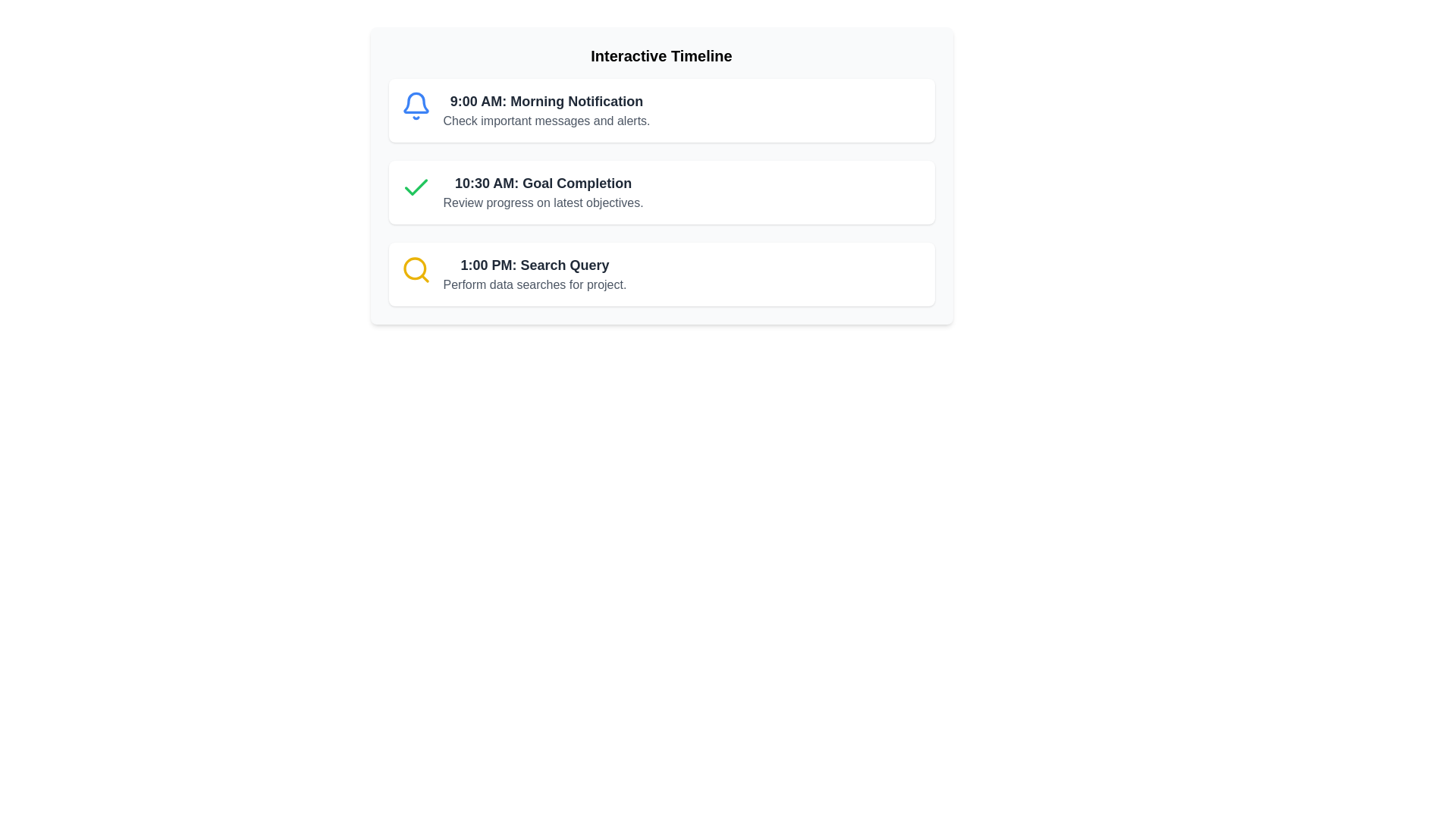  I want to click on the timeline entry label located in the '1:00 PM' section, which provides a timestamp and summary of the event, so click(535, 265).